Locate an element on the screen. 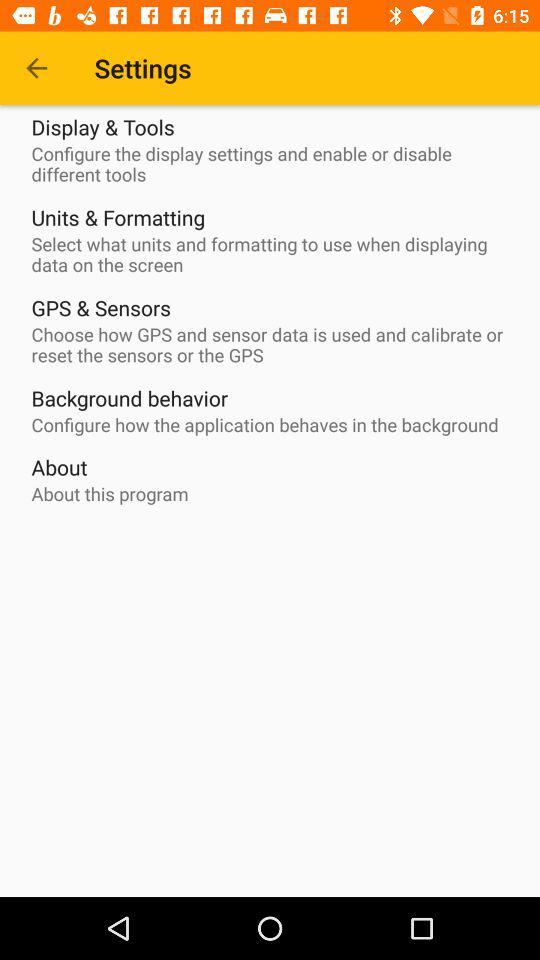  item below the gps & sensors icon is located at coordinates (274, 345).